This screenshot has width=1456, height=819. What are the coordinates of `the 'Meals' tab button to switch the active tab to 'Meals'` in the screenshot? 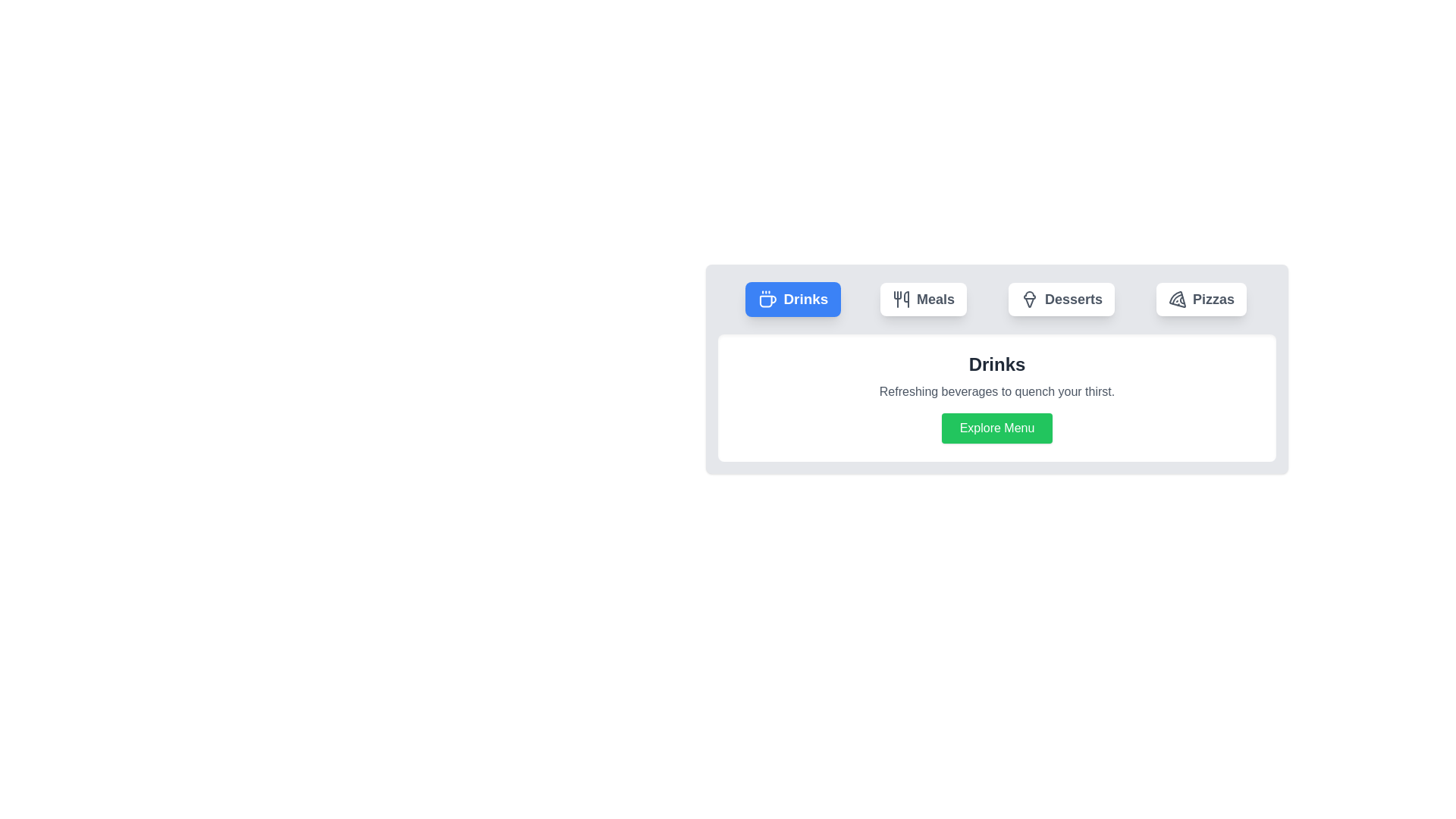 It's located at (923, 299).